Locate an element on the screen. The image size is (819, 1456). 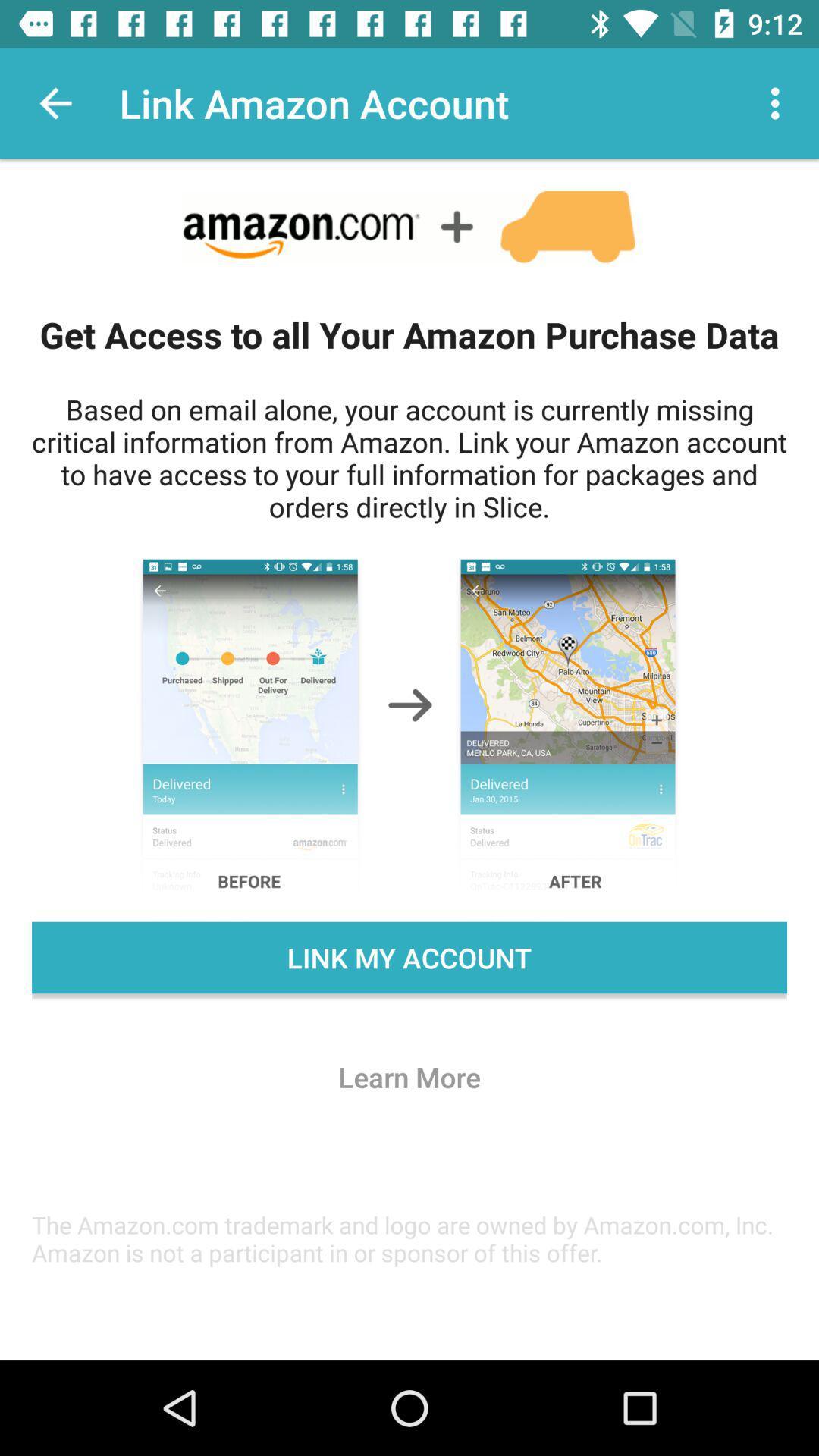
the app to the right of link amazon account item is located at coordinates (779, 102).